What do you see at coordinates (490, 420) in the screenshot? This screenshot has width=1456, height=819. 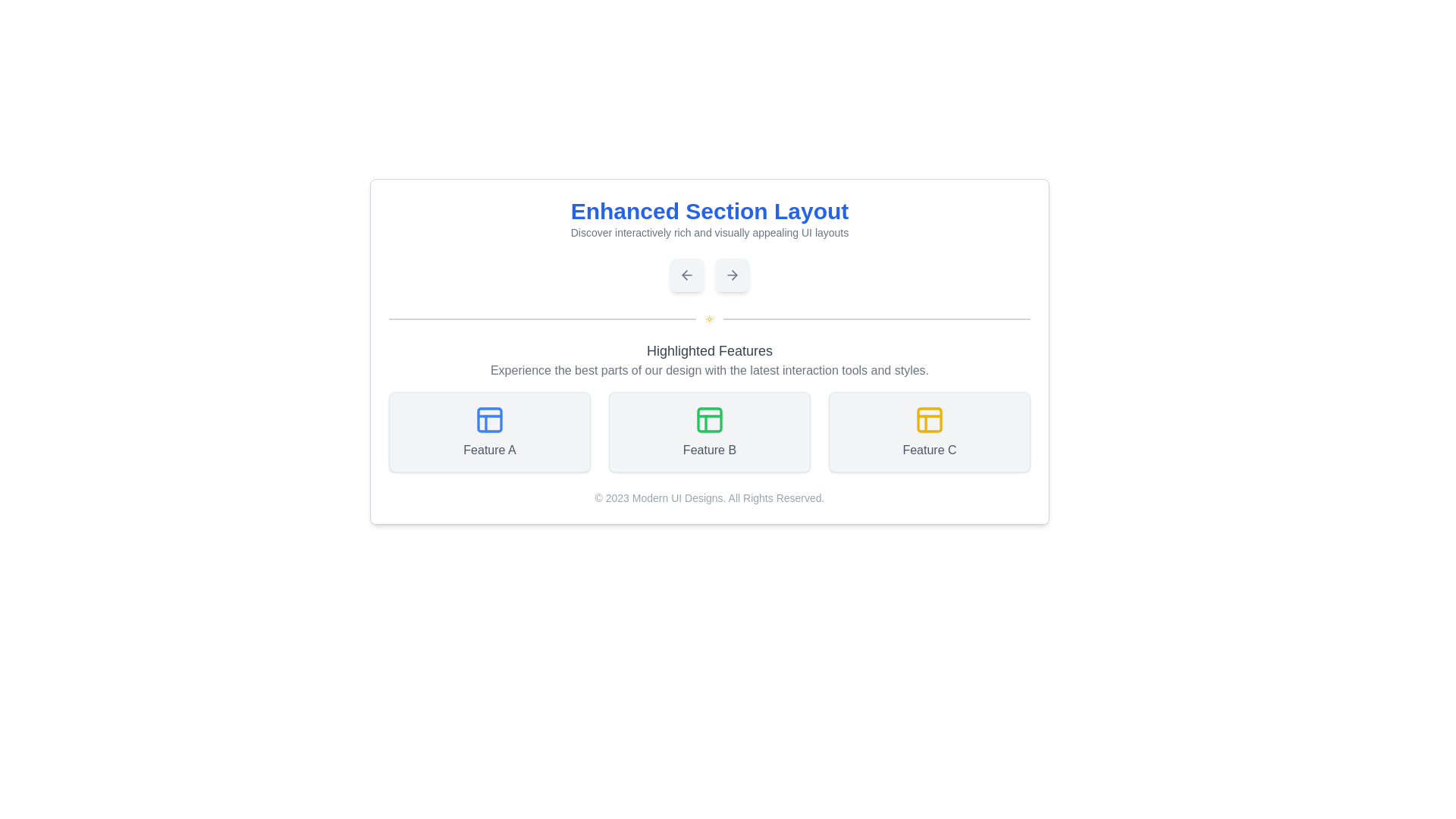 I see `the blue graphical icon with a grid-like pattern located centrally above the text 'Feature A'` at bounding box center [490, 420].